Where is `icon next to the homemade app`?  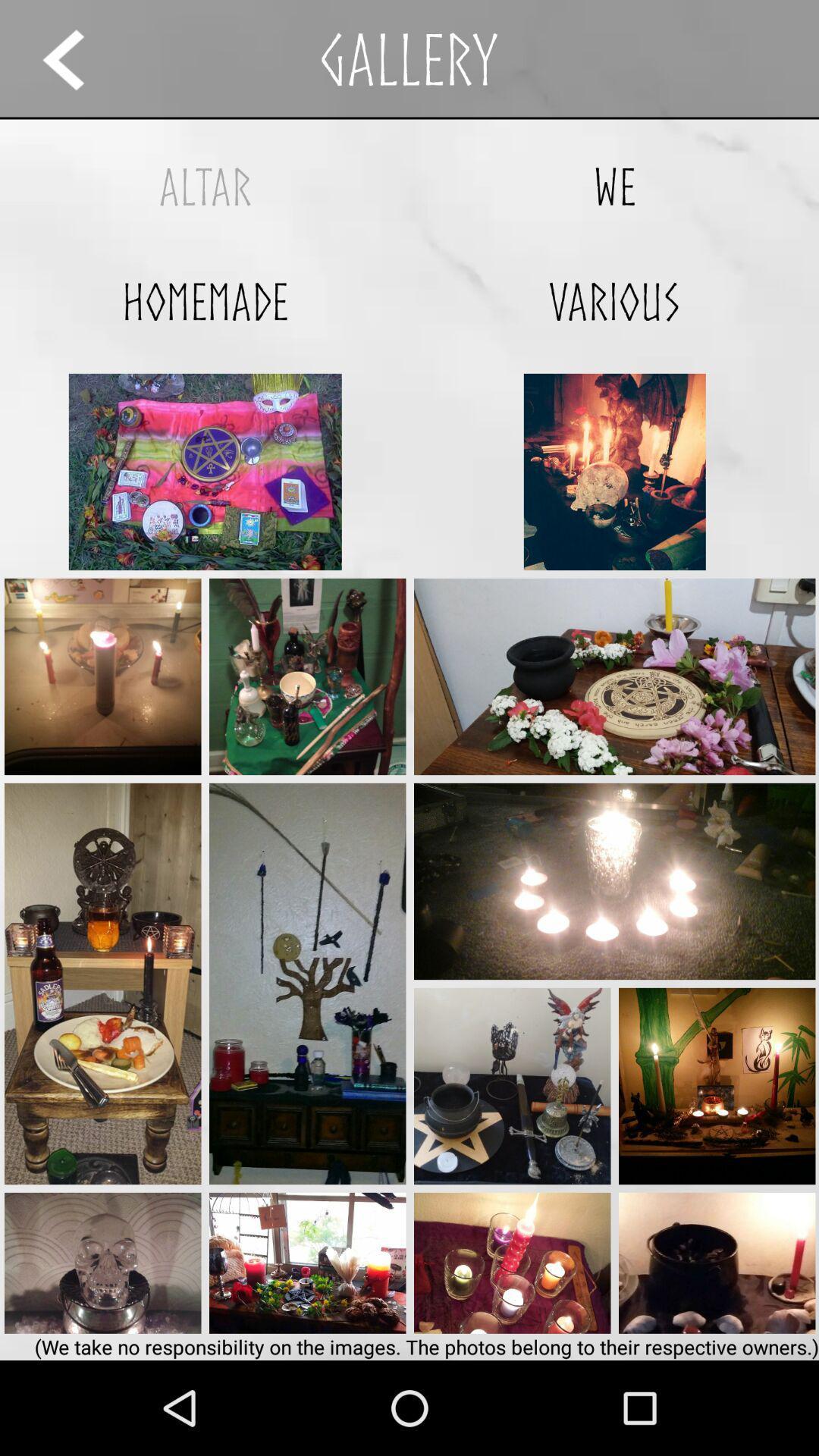 icon next to the homemade app is located at coordinates (614, 301).